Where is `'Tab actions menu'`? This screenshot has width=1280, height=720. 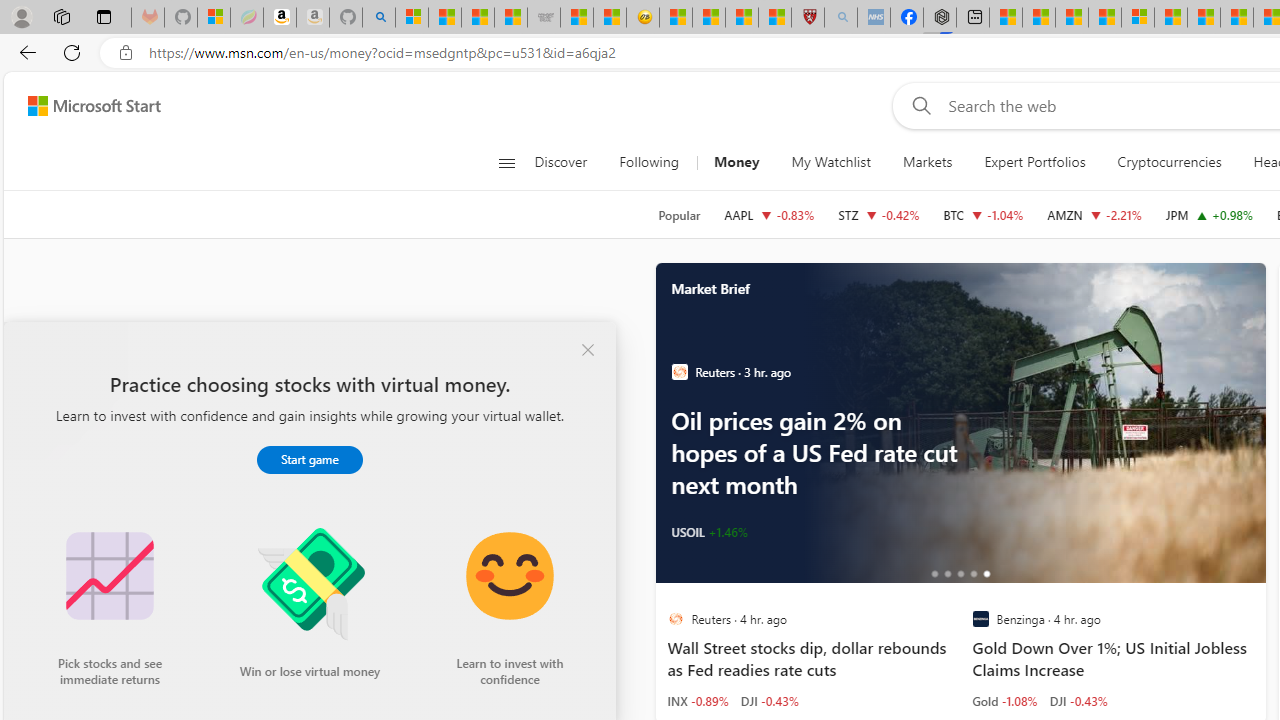
'Tab actions menu' is located at coordinates (103, 16).